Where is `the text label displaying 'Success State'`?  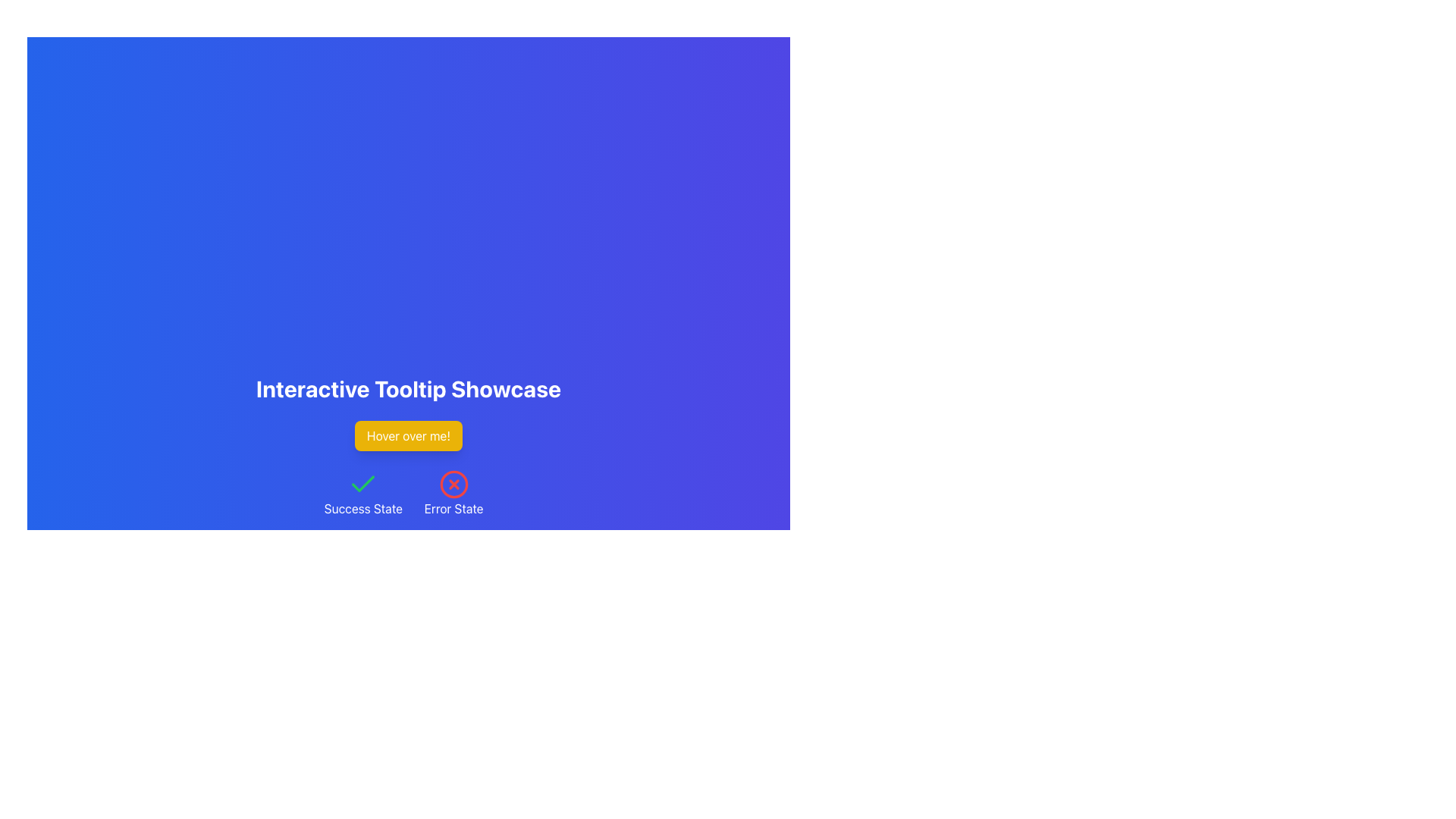 the text label displaying 'Success State' is located at coordinates (362, 509).